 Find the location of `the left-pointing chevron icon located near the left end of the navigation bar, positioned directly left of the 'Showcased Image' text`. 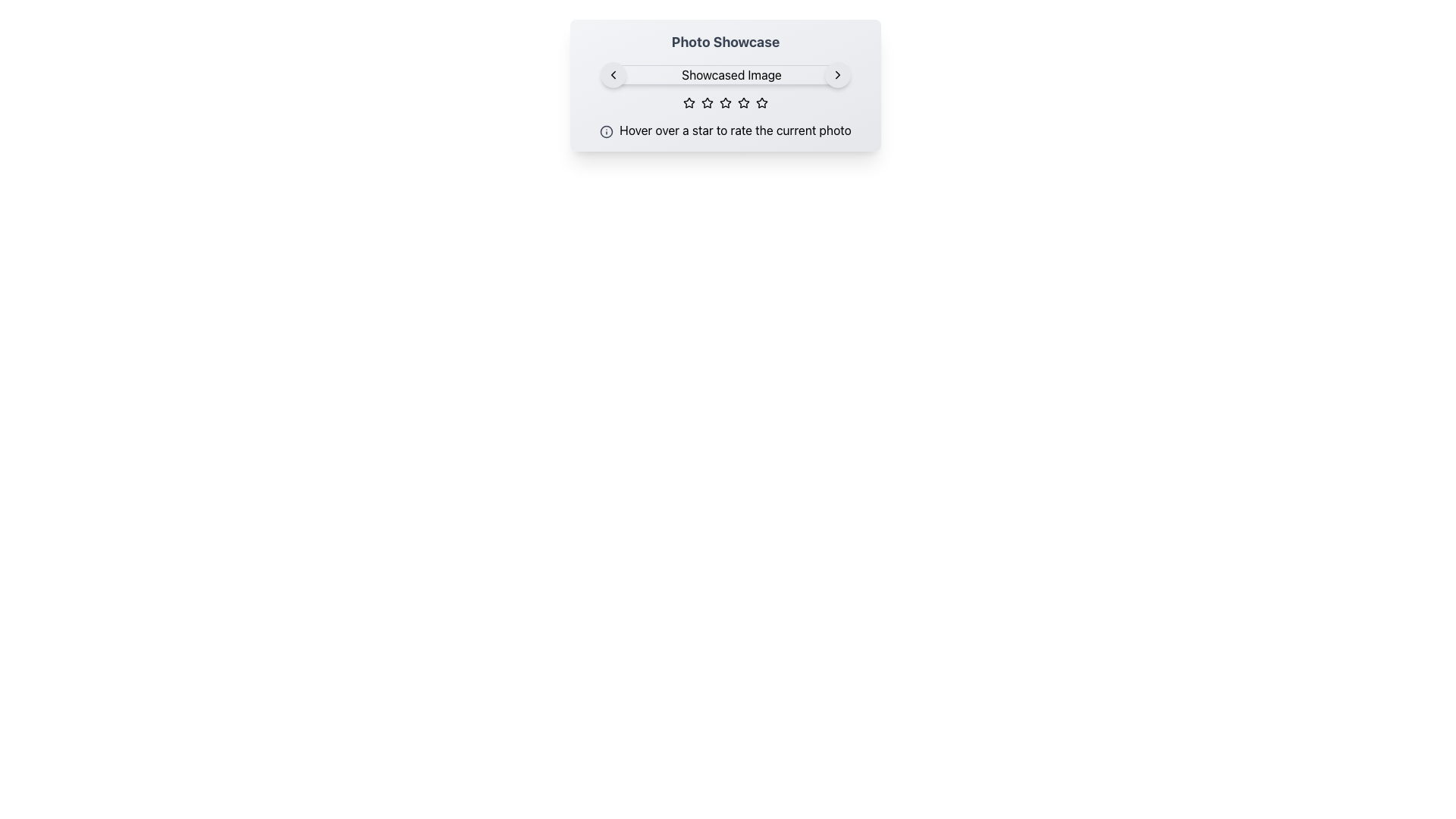

the left-pointing chevron icon located near the left end of the navigation bar, positioned directly left of the 'Showcased Image' text is located at coordinates (613, 75).